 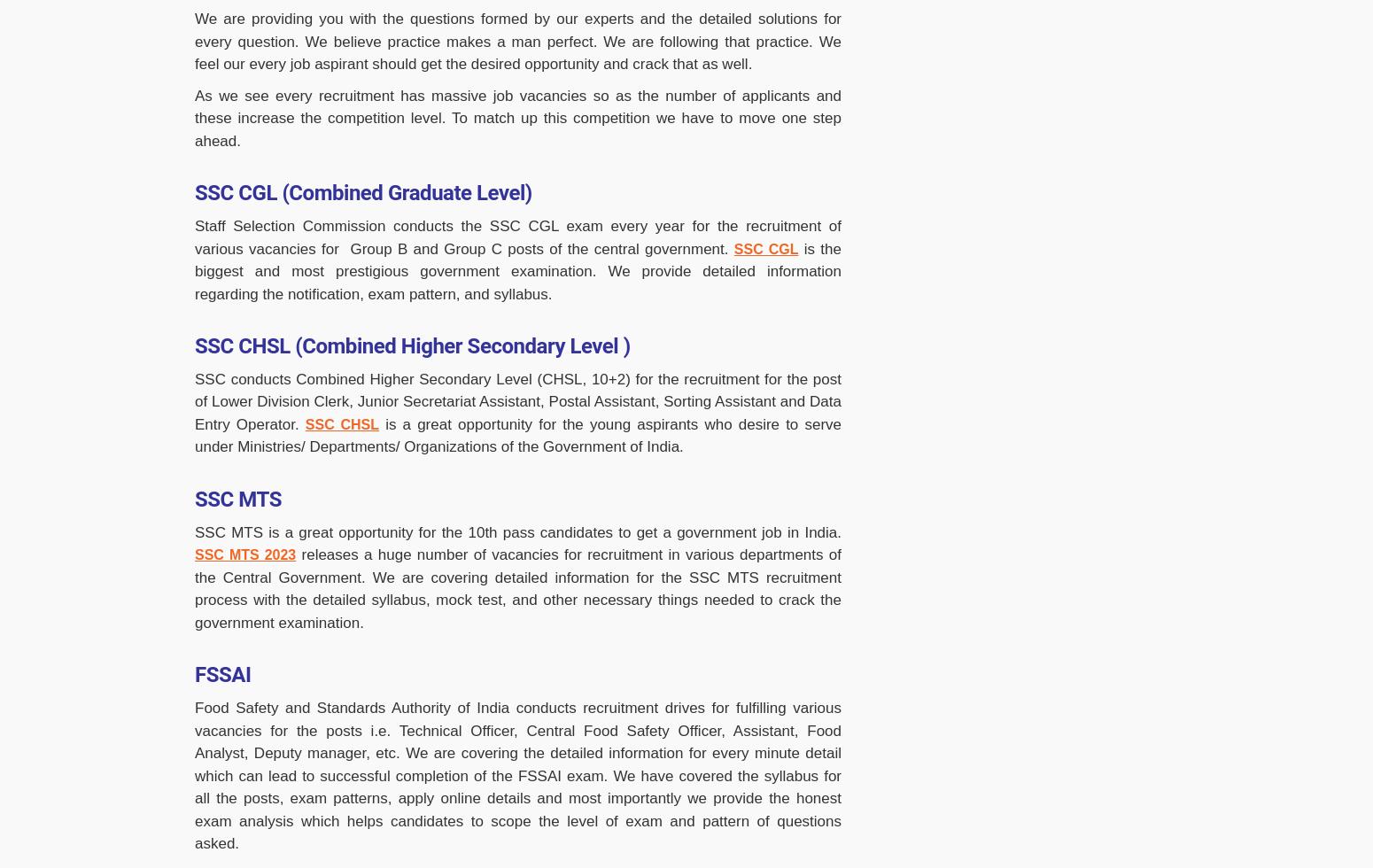 I want to click on 'SSC CGL', so click(x=765, y=248).